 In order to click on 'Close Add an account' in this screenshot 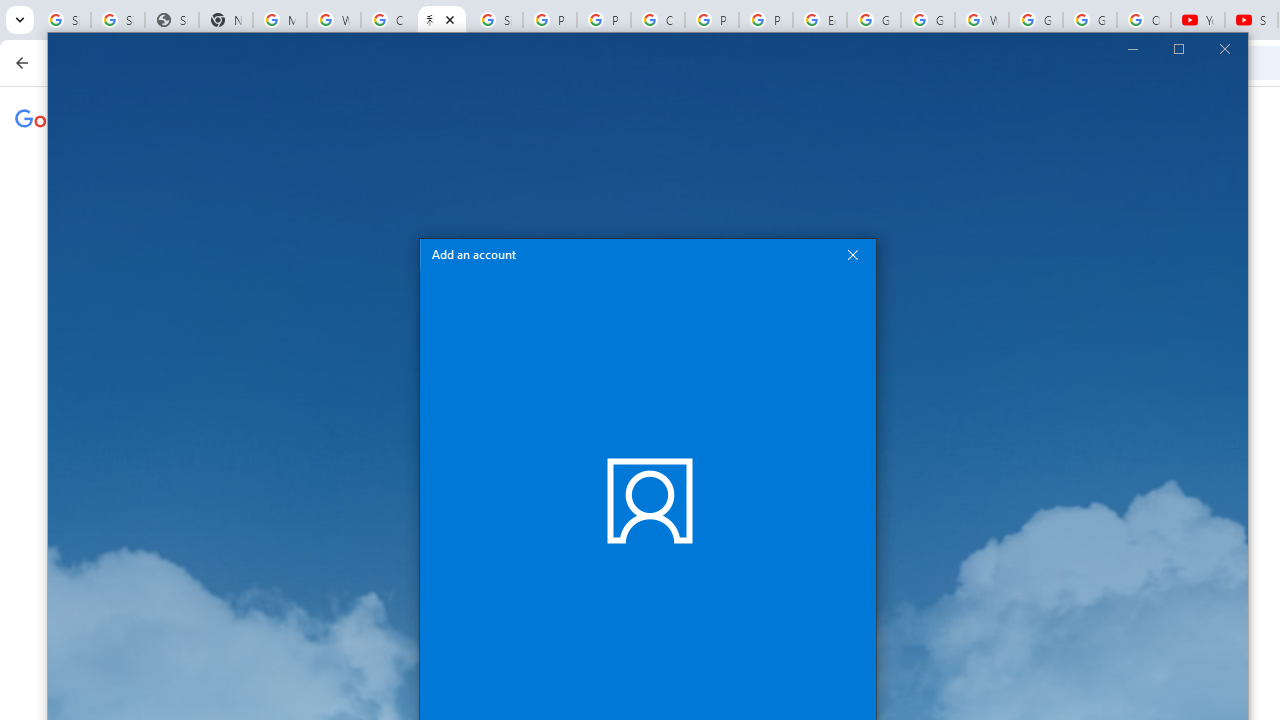, I will do `click(852, 253)`.